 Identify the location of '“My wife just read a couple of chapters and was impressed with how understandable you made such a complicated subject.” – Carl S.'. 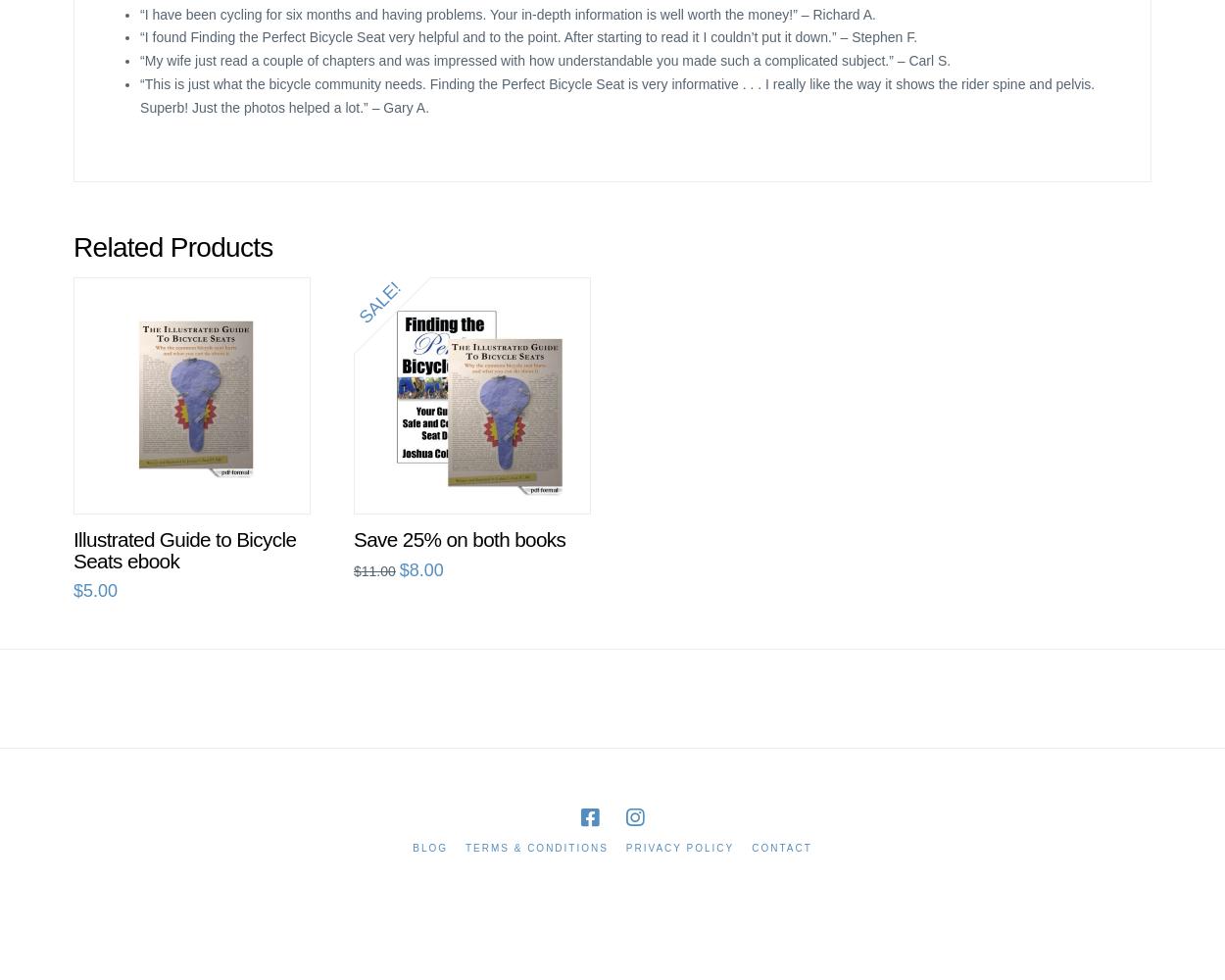
(545, 61).